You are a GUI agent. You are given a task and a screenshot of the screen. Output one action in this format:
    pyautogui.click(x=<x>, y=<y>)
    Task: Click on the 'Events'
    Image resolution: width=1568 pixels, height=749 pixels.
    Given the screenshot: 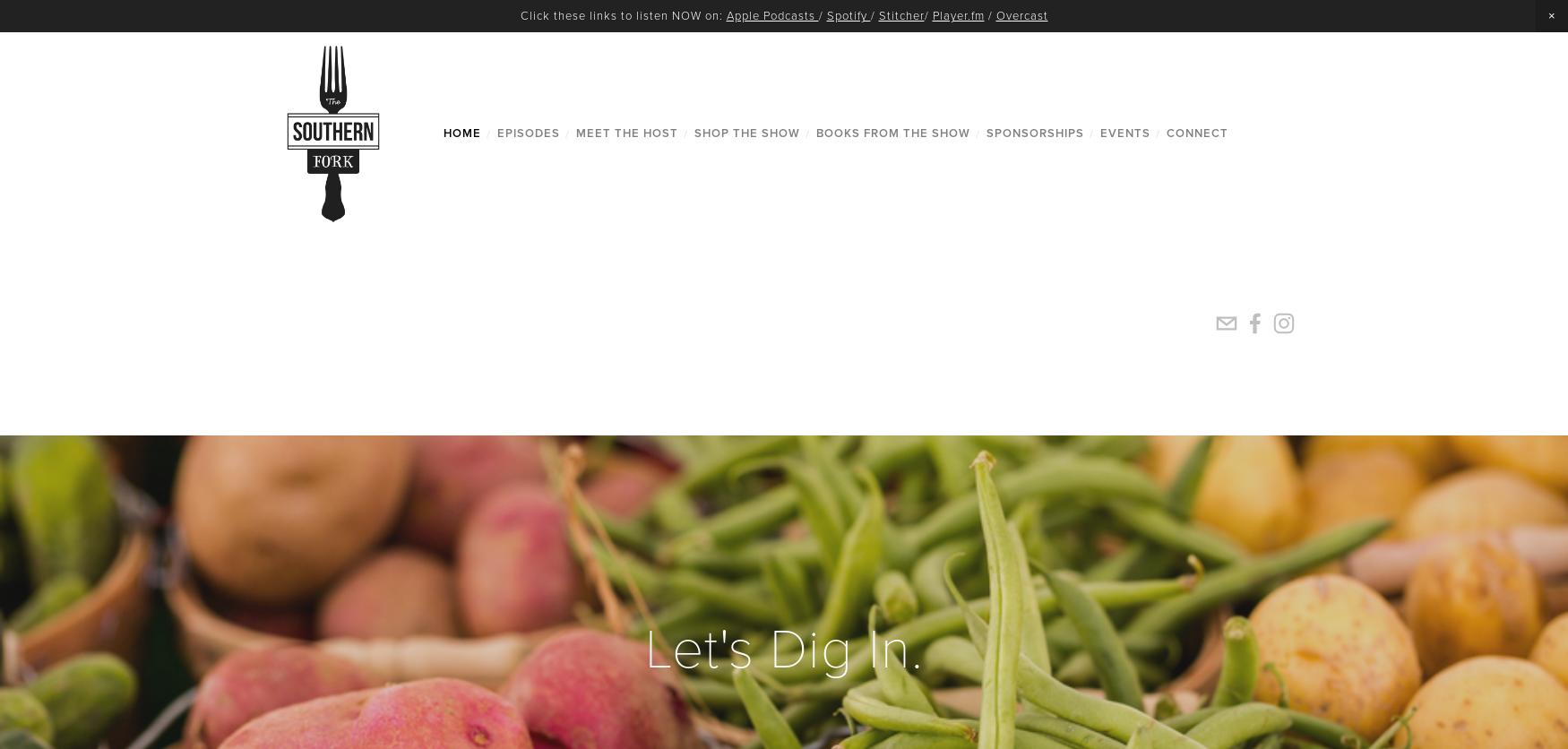 What is the action you would take?
    pyautogui.click(x=1123, y=132)
    